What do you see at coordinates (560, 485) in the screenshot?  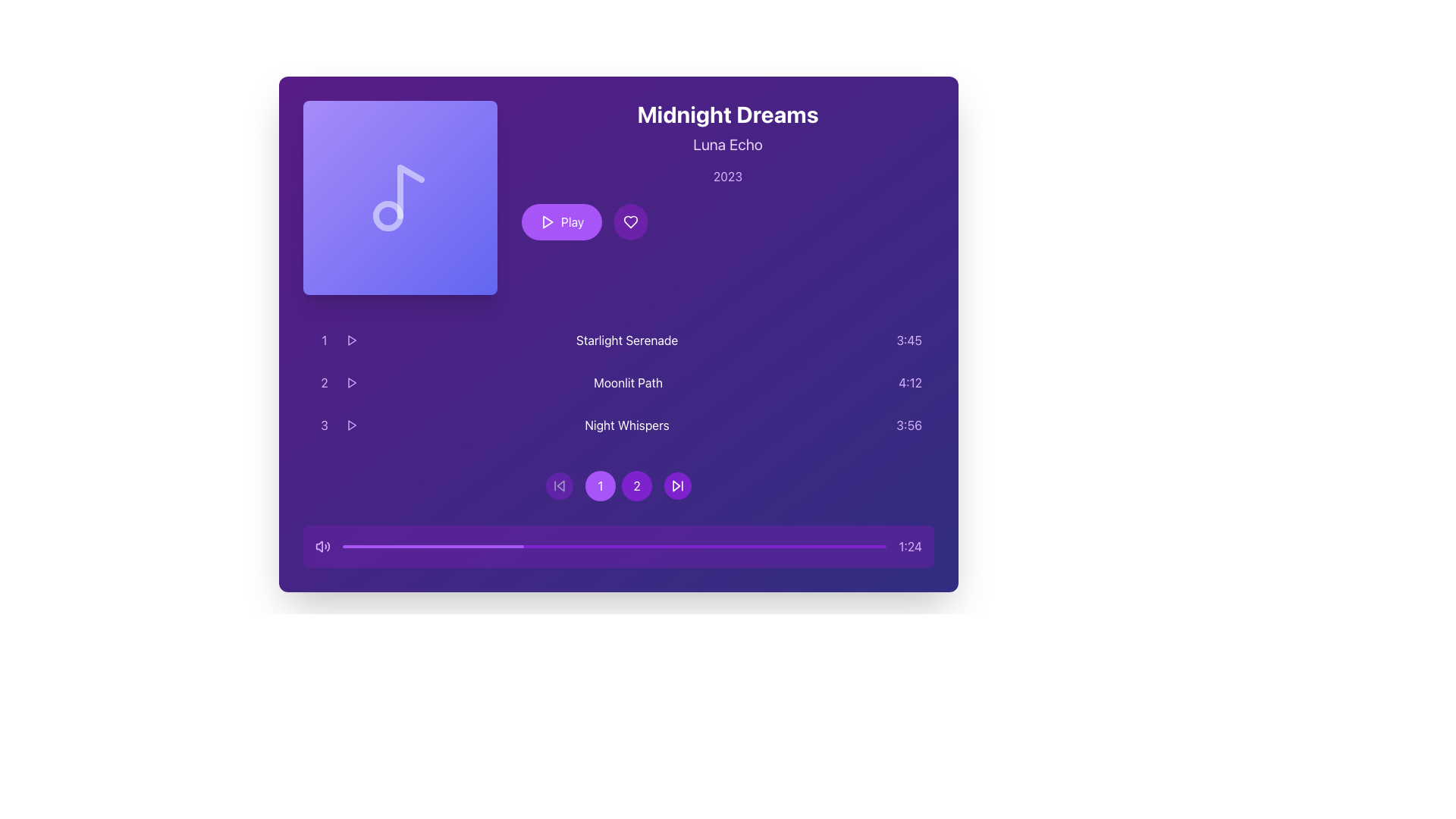 I see `the triangular left arrow icon in the media player interface` at bounding box center [560, 485].